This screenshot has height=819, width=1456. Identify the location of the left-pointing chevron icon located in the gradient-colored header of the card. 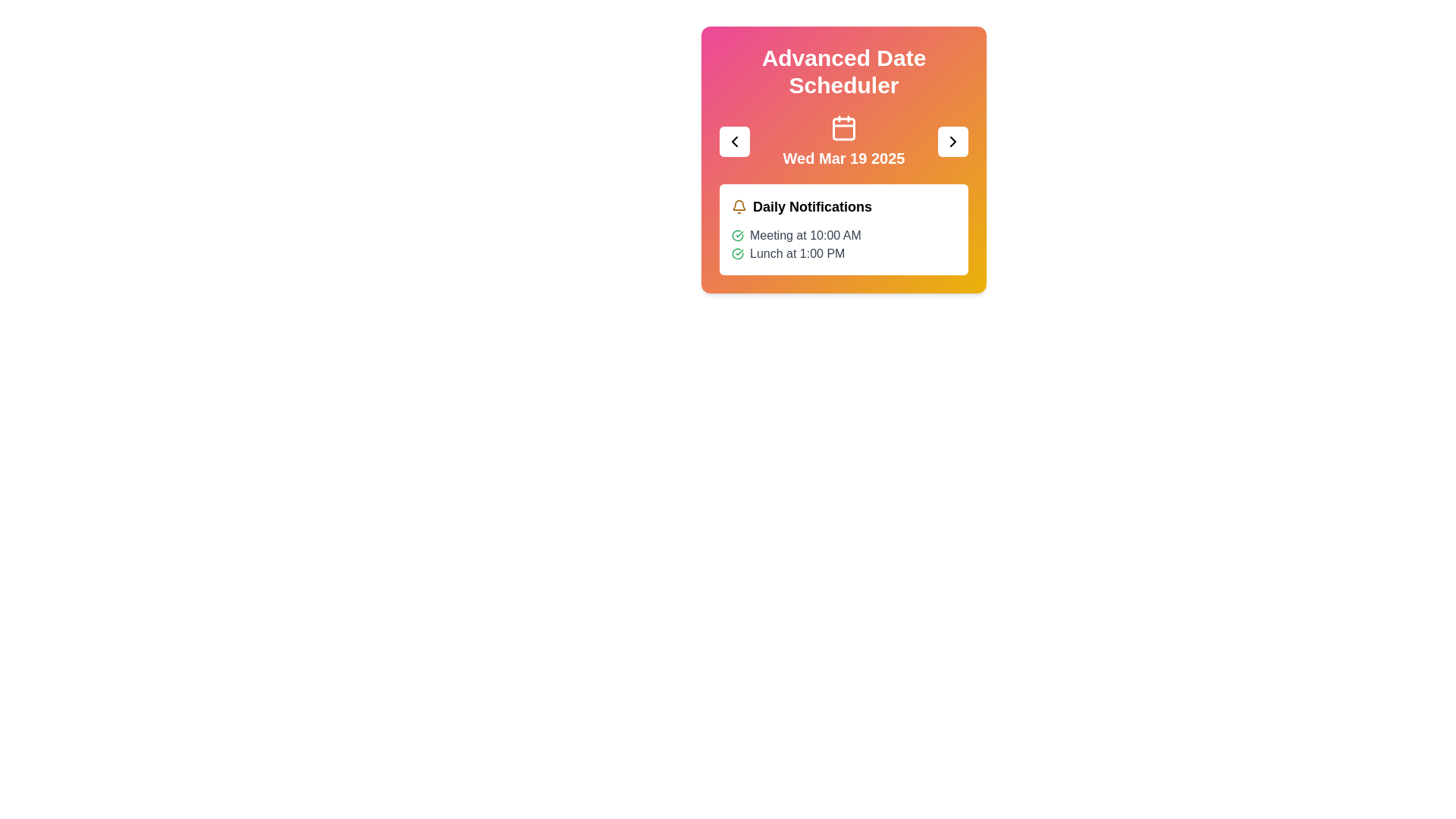
(735, 141).